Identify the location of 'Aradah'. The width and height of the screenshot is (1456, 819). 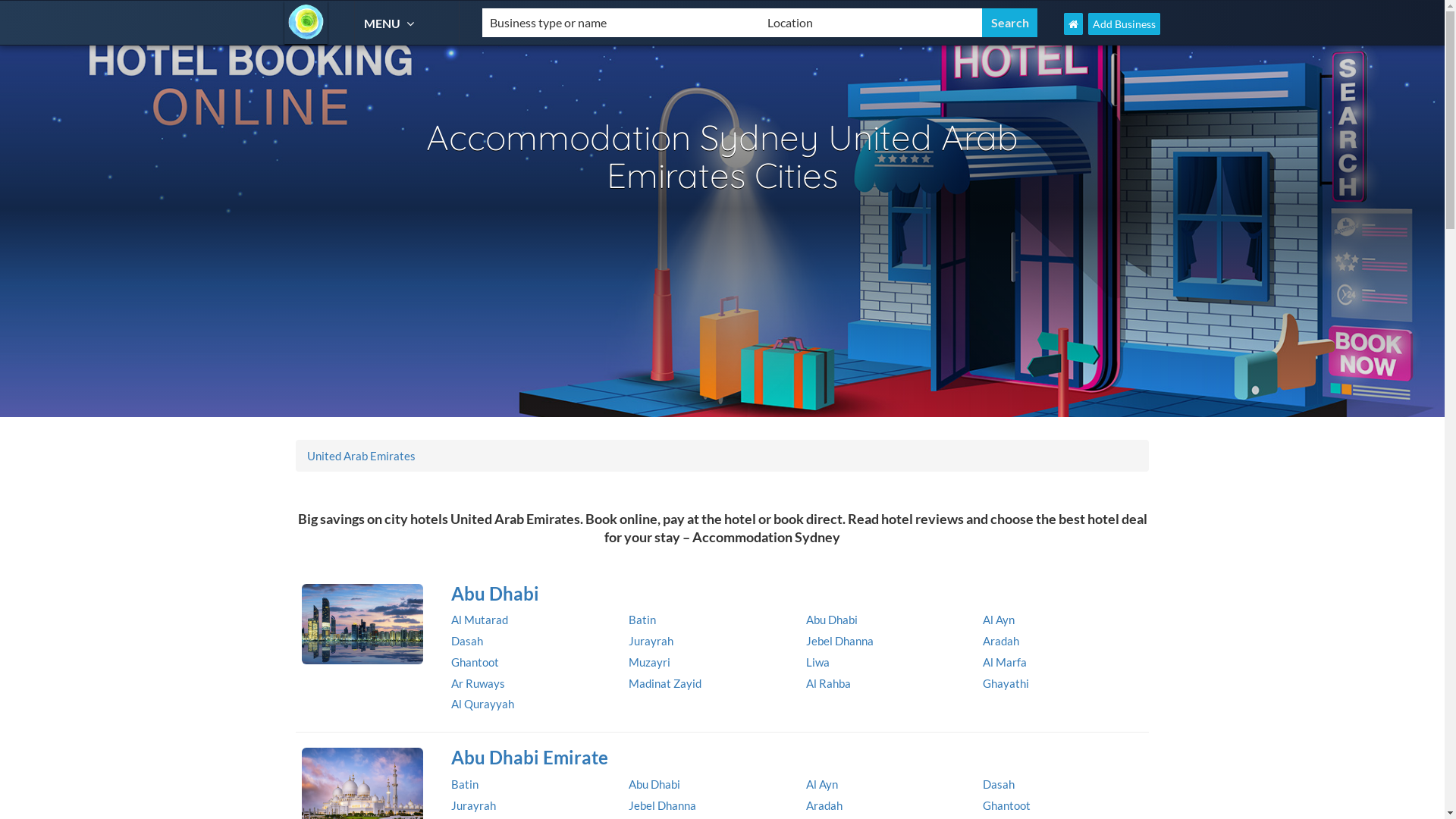
(822, 804).